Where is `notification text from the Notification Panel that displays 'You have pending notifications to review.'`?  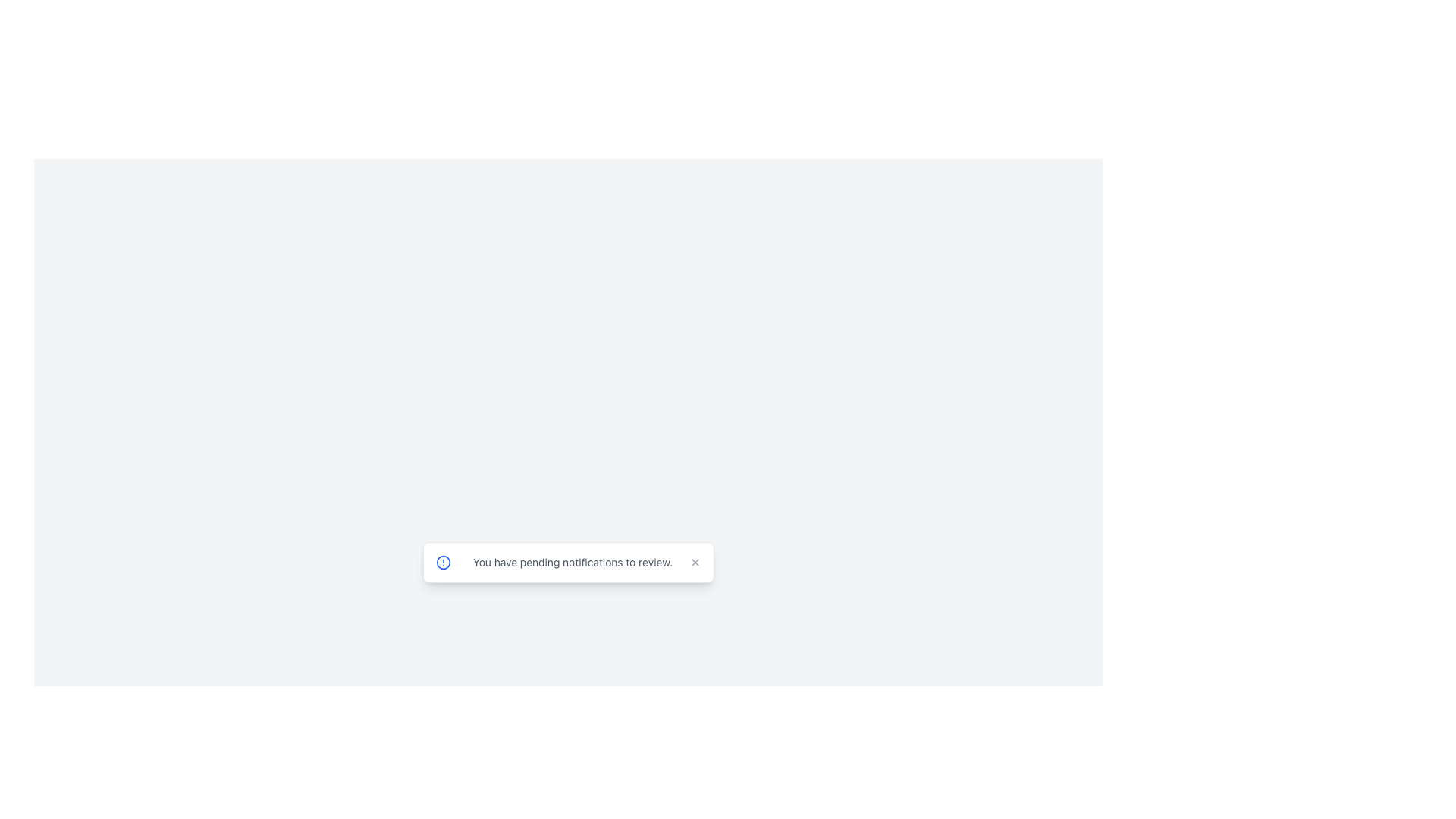 notification text from the Notification Panel that displays 'You have pending notifications to review.' is located at coordinates (567, 568).